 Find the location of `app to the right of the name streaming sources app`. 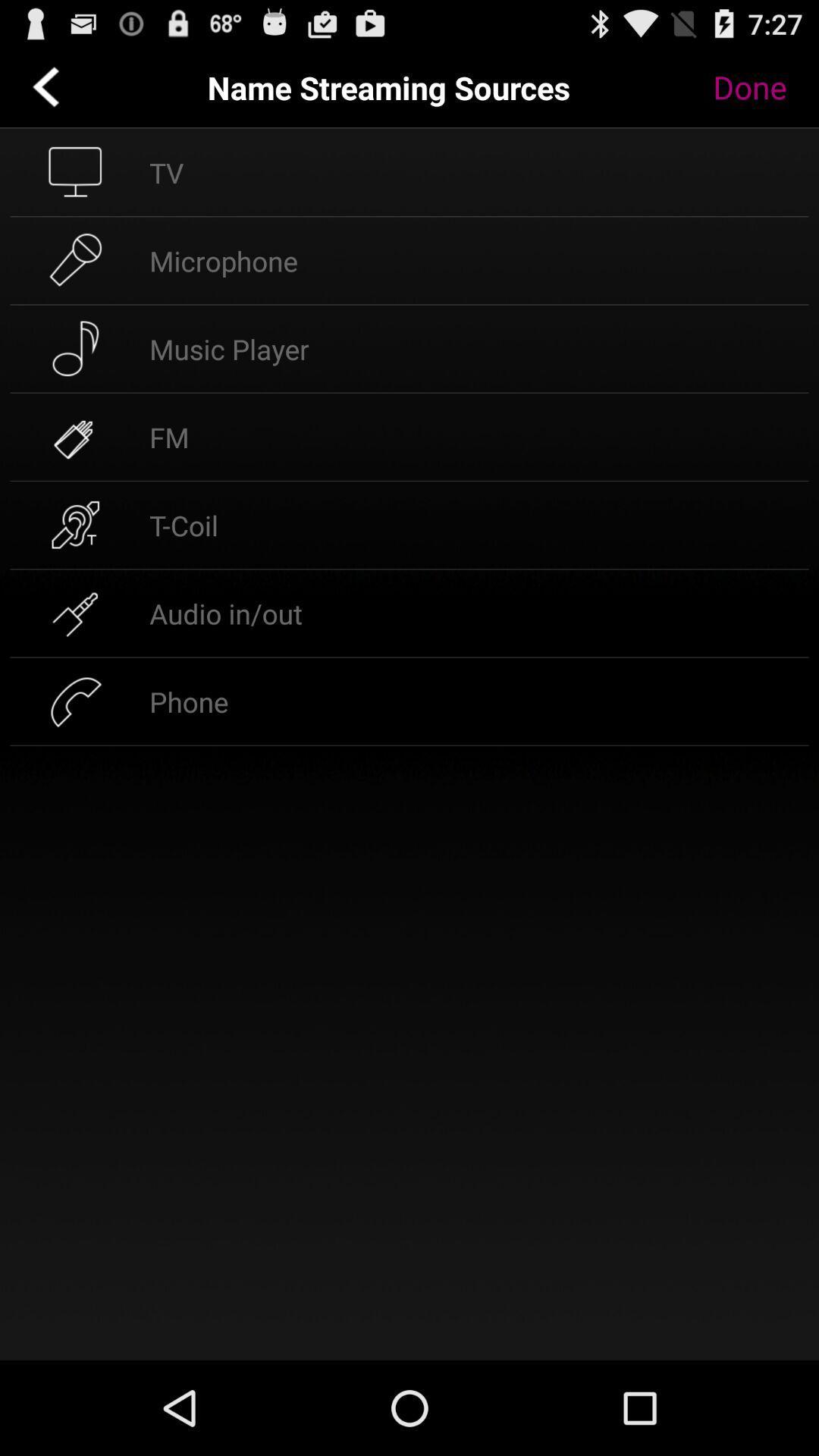

app to the right of the name streaming sources app is located at coordinates (761, 86).